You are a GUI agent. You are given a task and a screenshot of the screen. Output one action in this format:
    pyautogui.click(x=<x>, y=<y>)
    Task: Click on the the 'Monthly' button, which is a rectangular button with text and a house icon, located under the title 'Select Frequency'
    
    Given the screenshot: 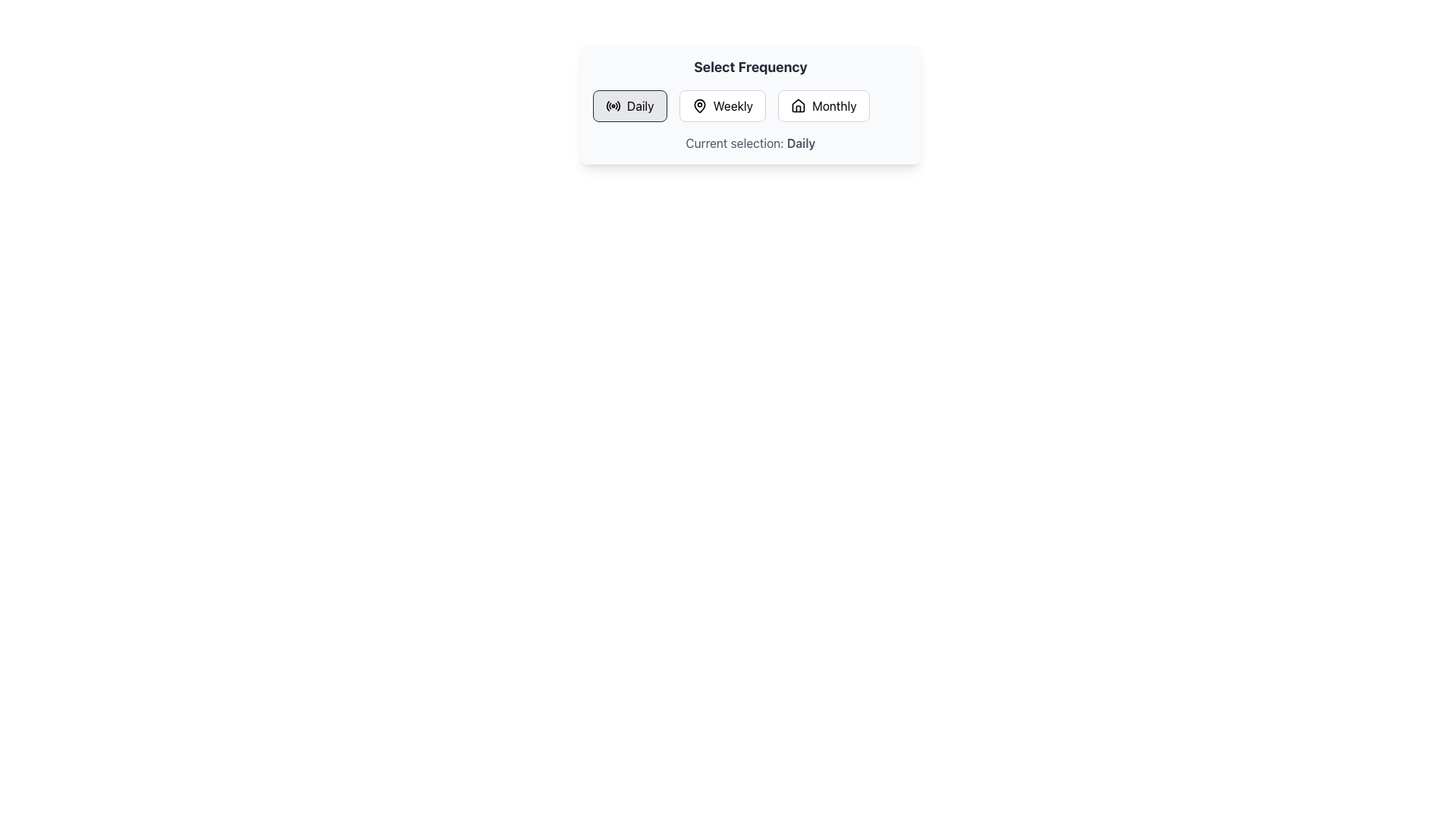 What is the action you would take?
    pyautogui.click(x=822, y=105)
    